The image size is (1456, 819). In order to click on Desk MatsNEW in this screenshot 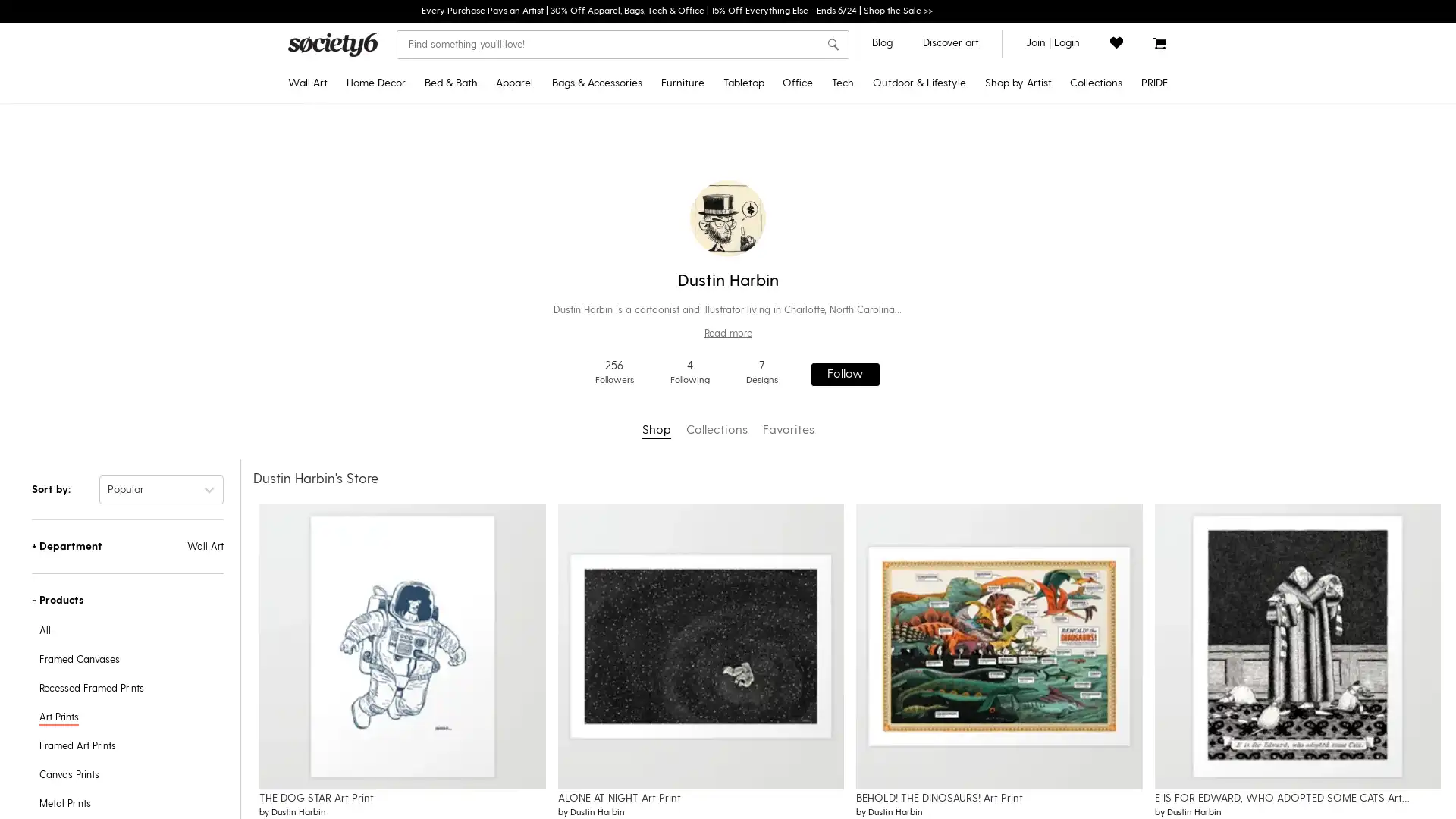, I will do `click(835, 121)`.